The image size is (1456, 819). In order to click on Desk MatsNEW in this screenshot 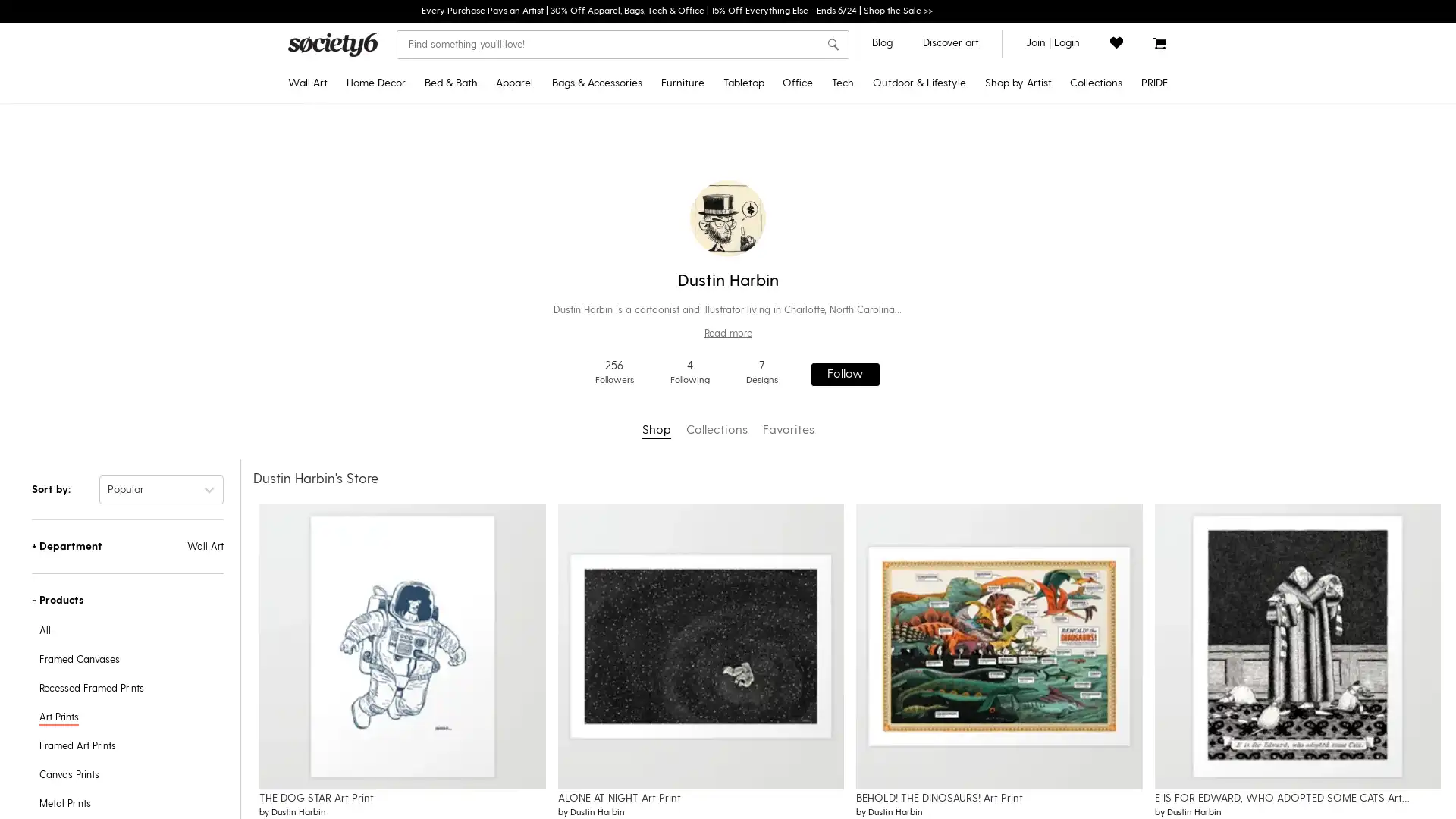, I will do `click(835, 121)`.